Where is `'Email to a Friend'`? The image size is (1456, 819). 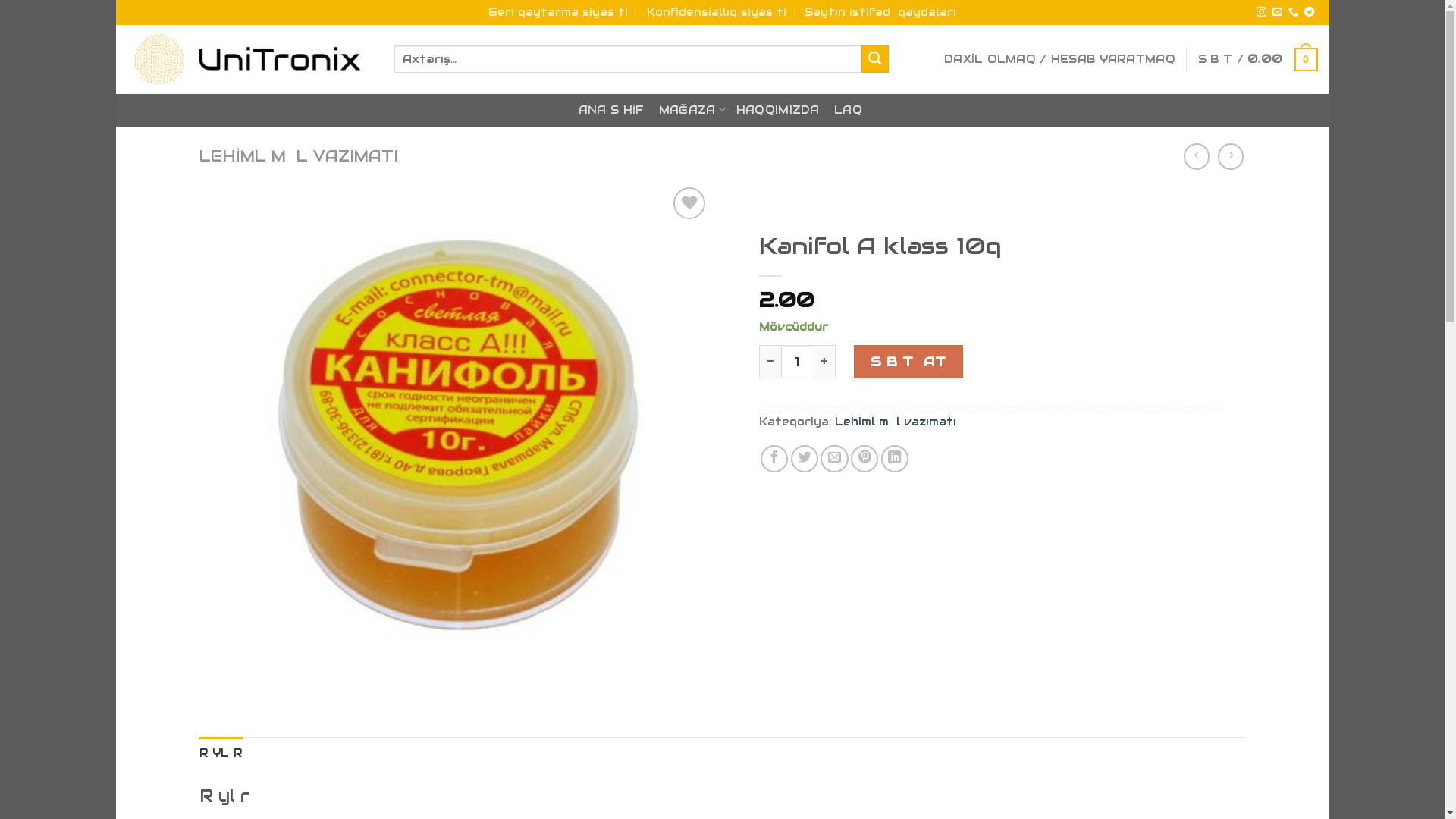 'Email to a Friend' is located at coordinates (833, 458).